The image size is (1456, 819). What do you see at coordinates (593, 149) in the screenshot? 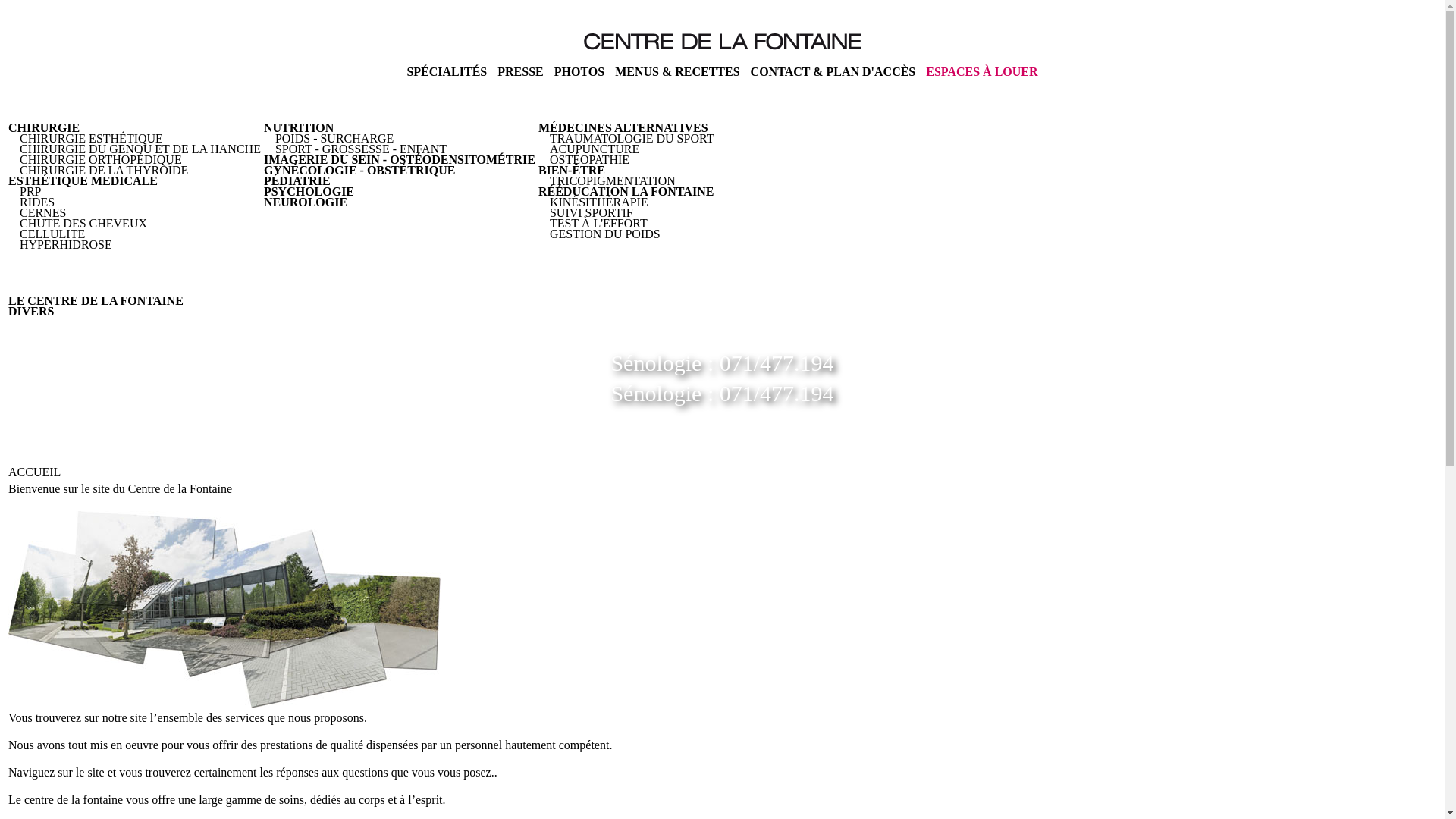
I see `'ACUPUNCTURE'` at bounding box center [593, 149].